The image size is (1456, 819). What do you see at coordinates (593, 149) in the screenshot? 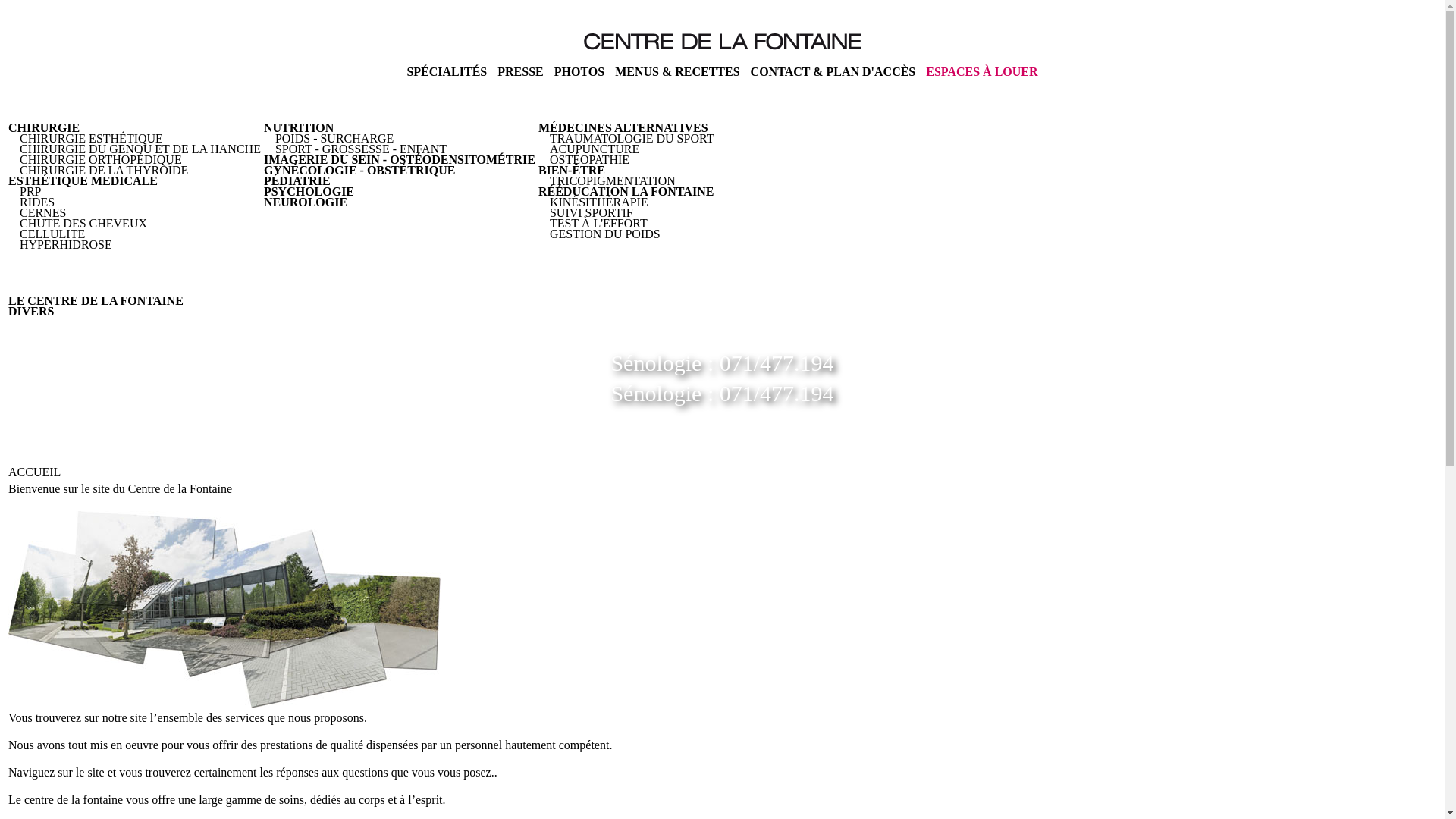
I see `'ACUPUNCTURE'` at bounding box center [593, 149].